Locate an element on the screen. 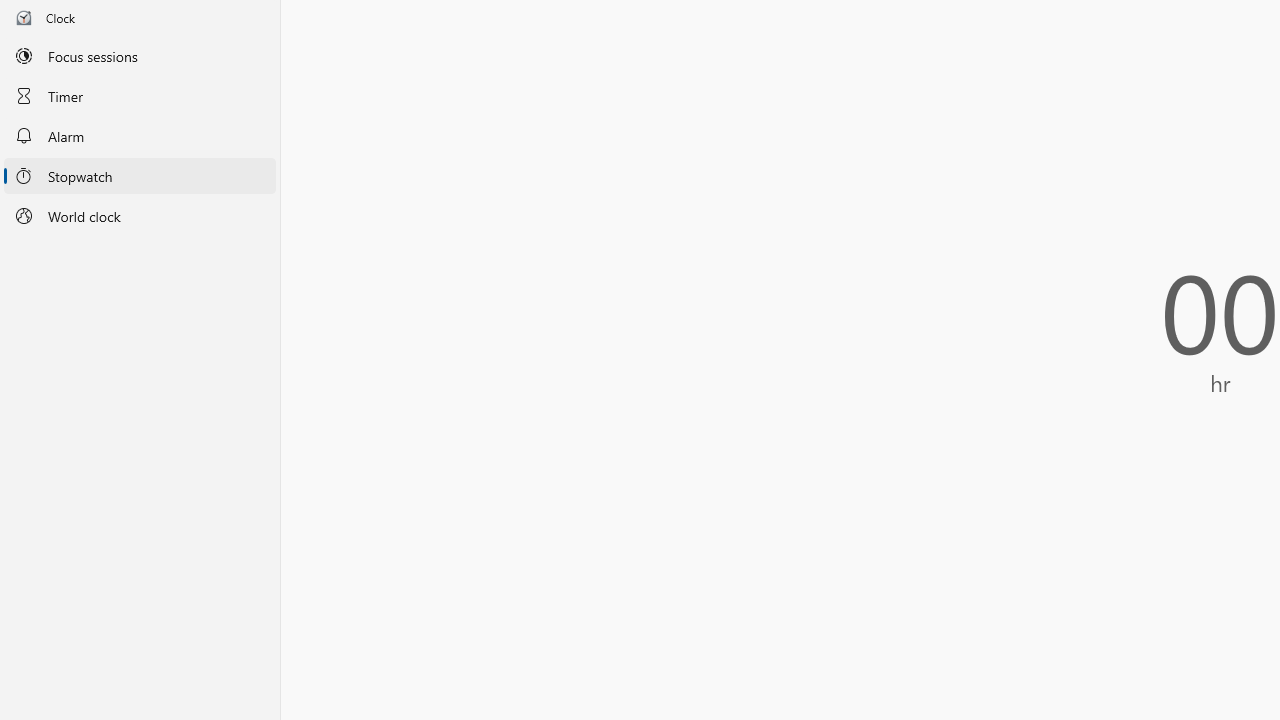 The width and height of the screenshot is (1280, 720). 'World clock' is located at coordinates (139, 216).